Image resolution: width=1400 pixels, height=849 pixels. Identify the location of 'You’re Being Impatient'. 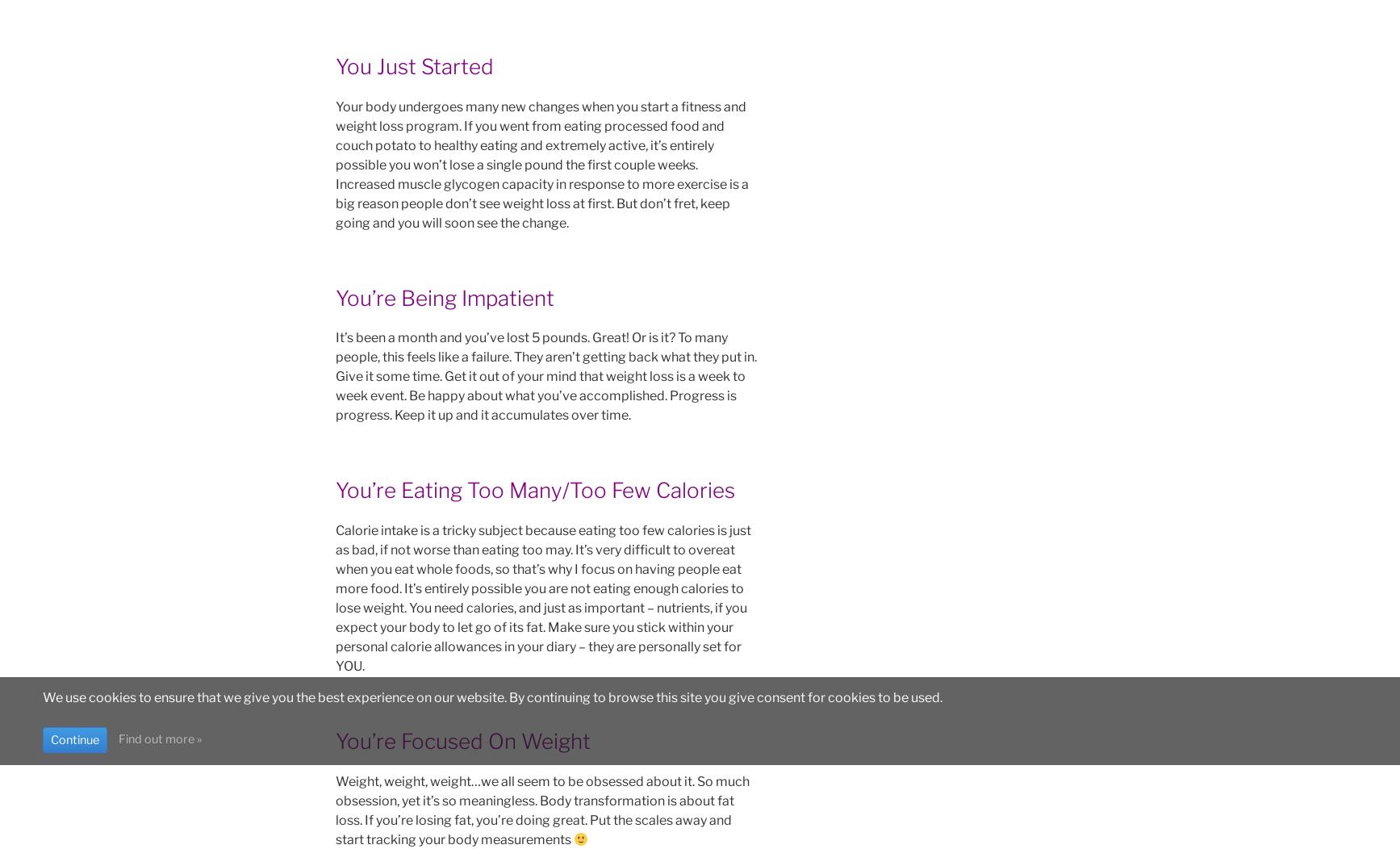
(444, 297).